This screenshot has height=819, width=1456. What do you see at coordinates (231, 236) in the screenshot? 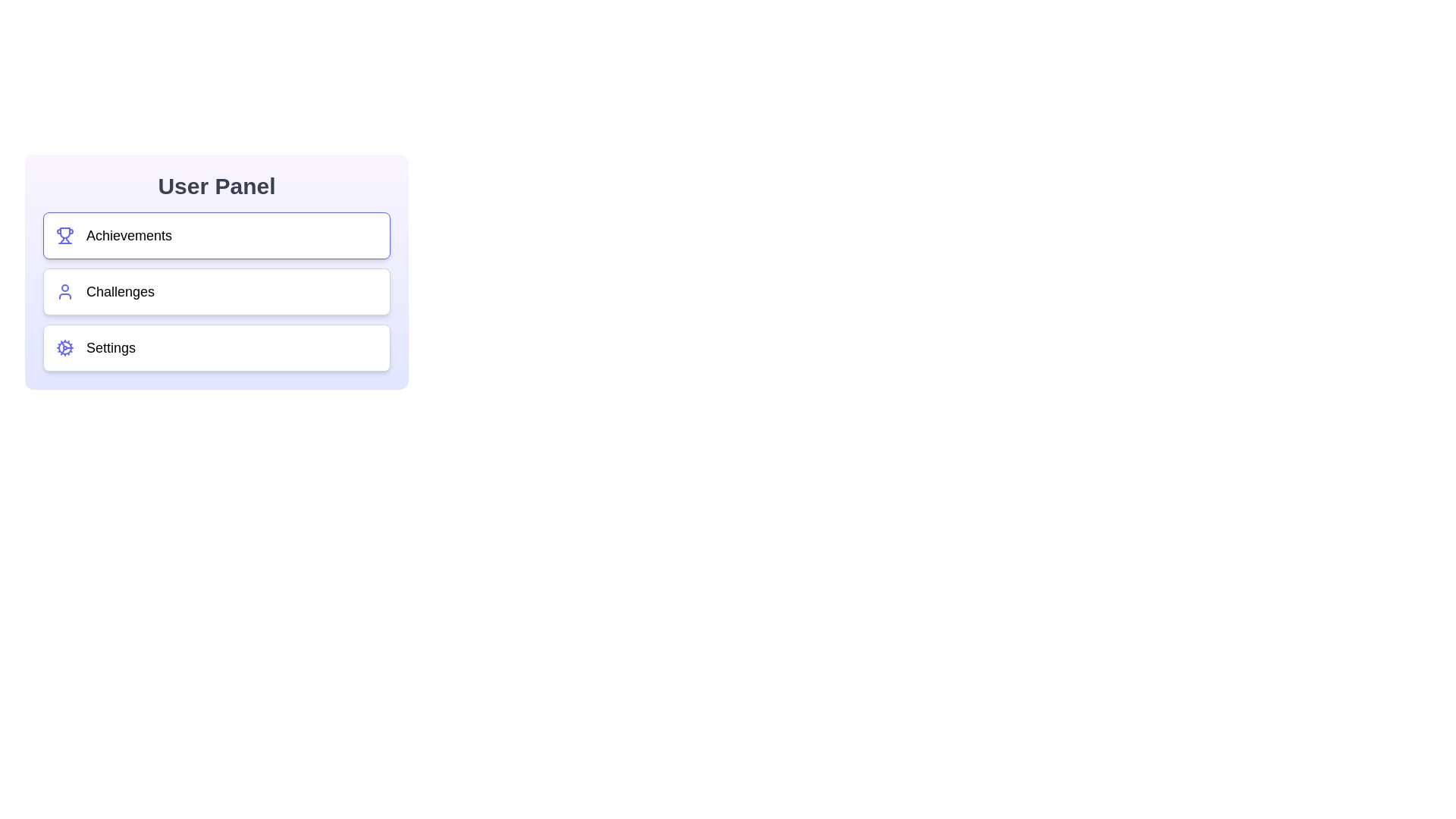
I see `the button corresponding to the section Achievements to activate it` at bounding box center [231, 236].